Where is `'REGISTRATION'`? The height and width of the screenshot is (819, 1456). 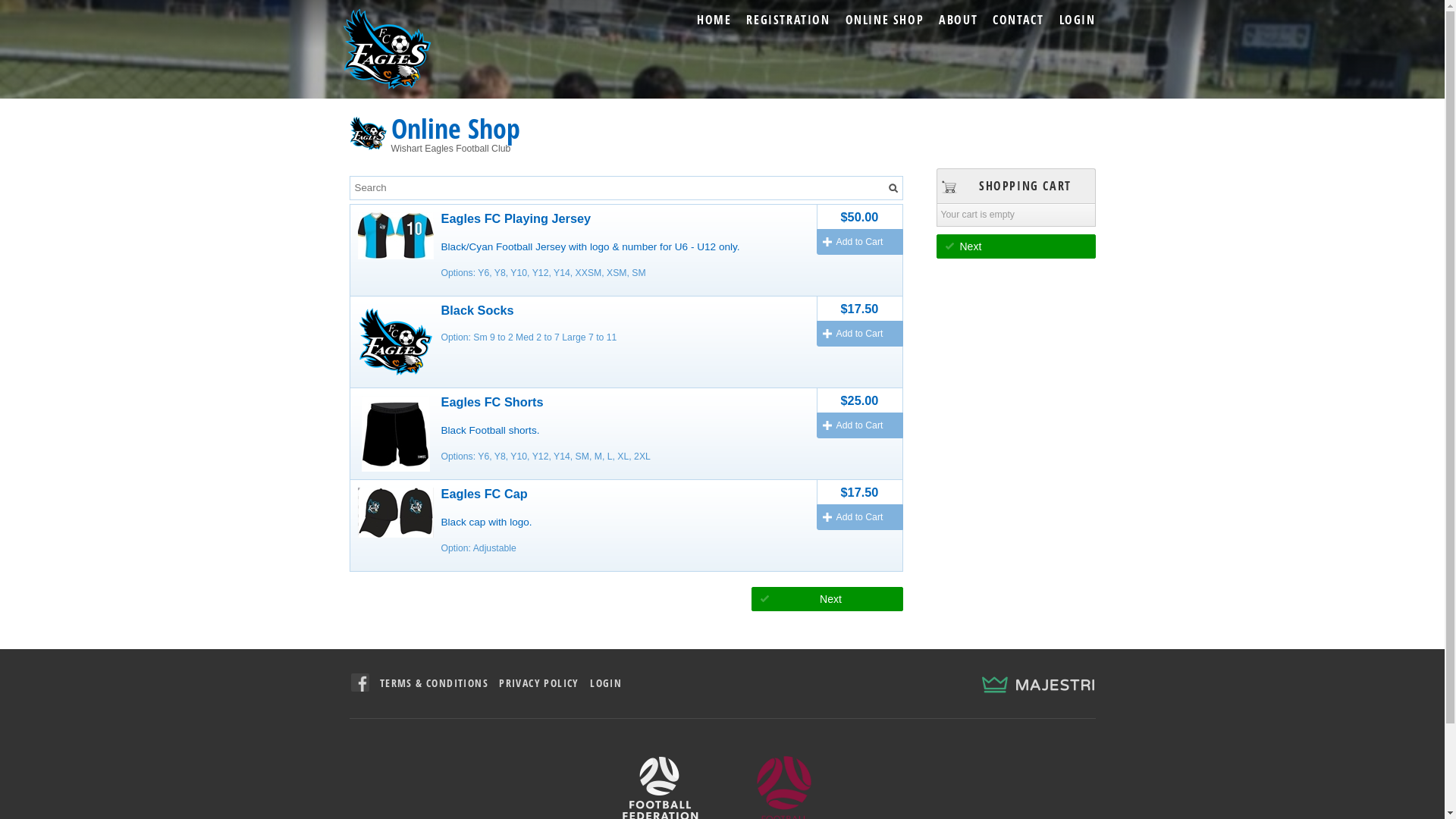
'REGISTRATION' is located at coordinates (787, 20).